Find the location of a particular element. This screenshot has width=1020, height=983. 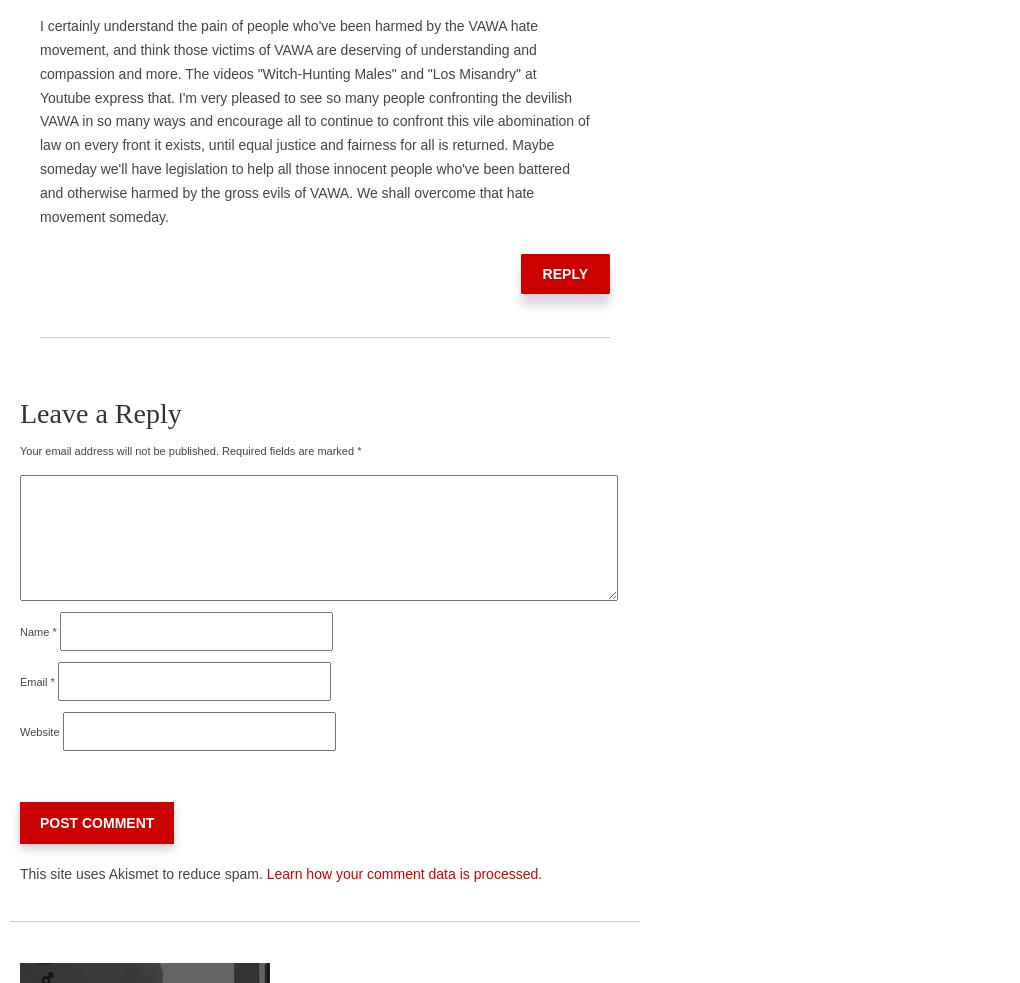

'I certainly understand the pain of people who've been harmed by the VAWA hate movement, and think those victims of VAWA are deserving of understanding and compassion and more.  The videos "Witch-Hunting Males" and "Los Misandry" at Youtube express that.  I'm very pleased to see so many people confronting the devilish VAWA in so many ways and encourage all to continue to confront this vile abomination of law on every front it exists, until equal justice and fairness for all is returned.  Maybe someday we'll have legislation to help all those innocent people who've been battered and otherwise harmed by the gross evils of VAWA.  We shall overcome that hate movement someday.' is located at coordinates (314, 120).